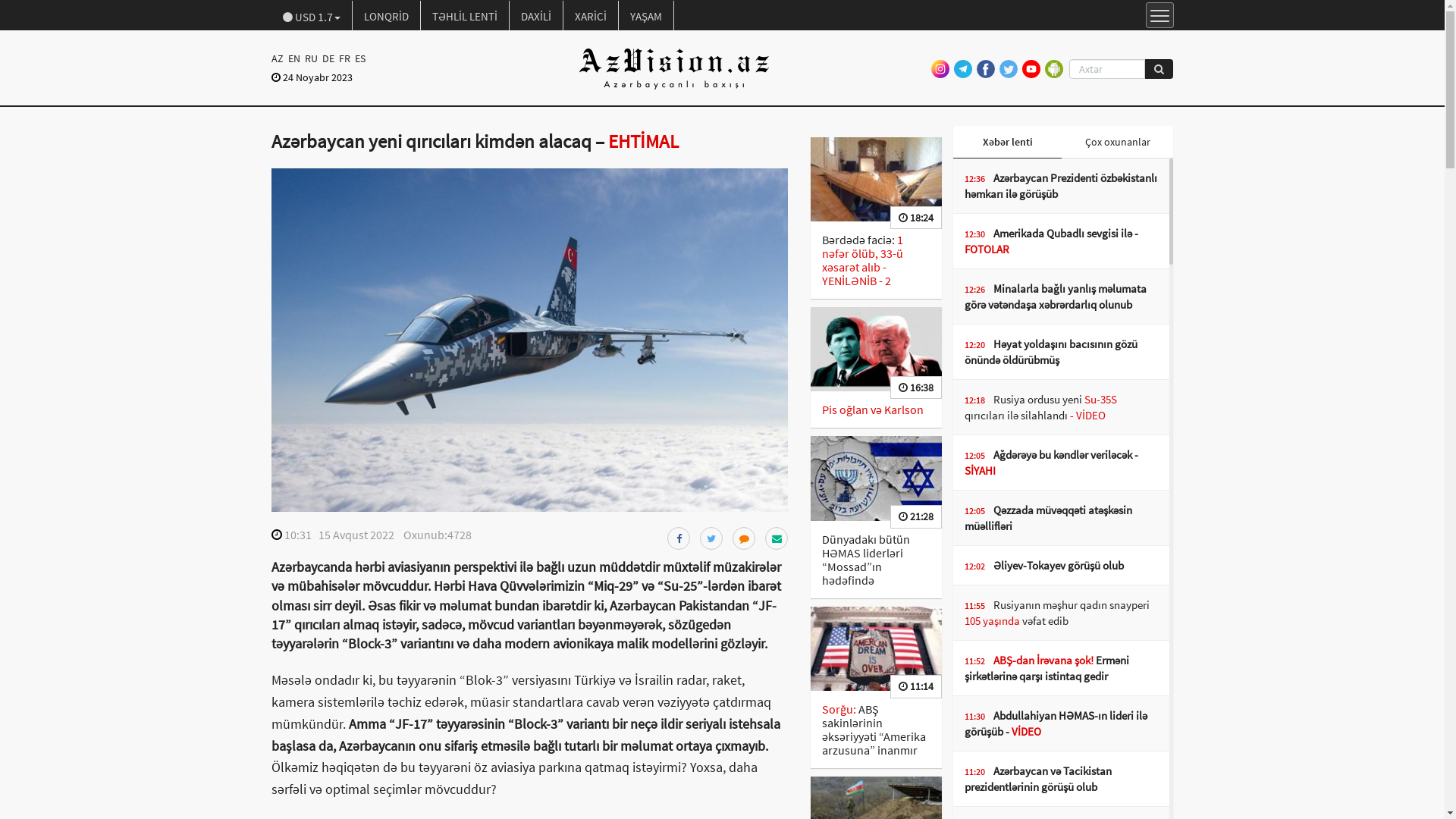  What do you see at coordinates (359, 58) in the screenshot?
I see `'ES'` at bounding box center [359, 58].